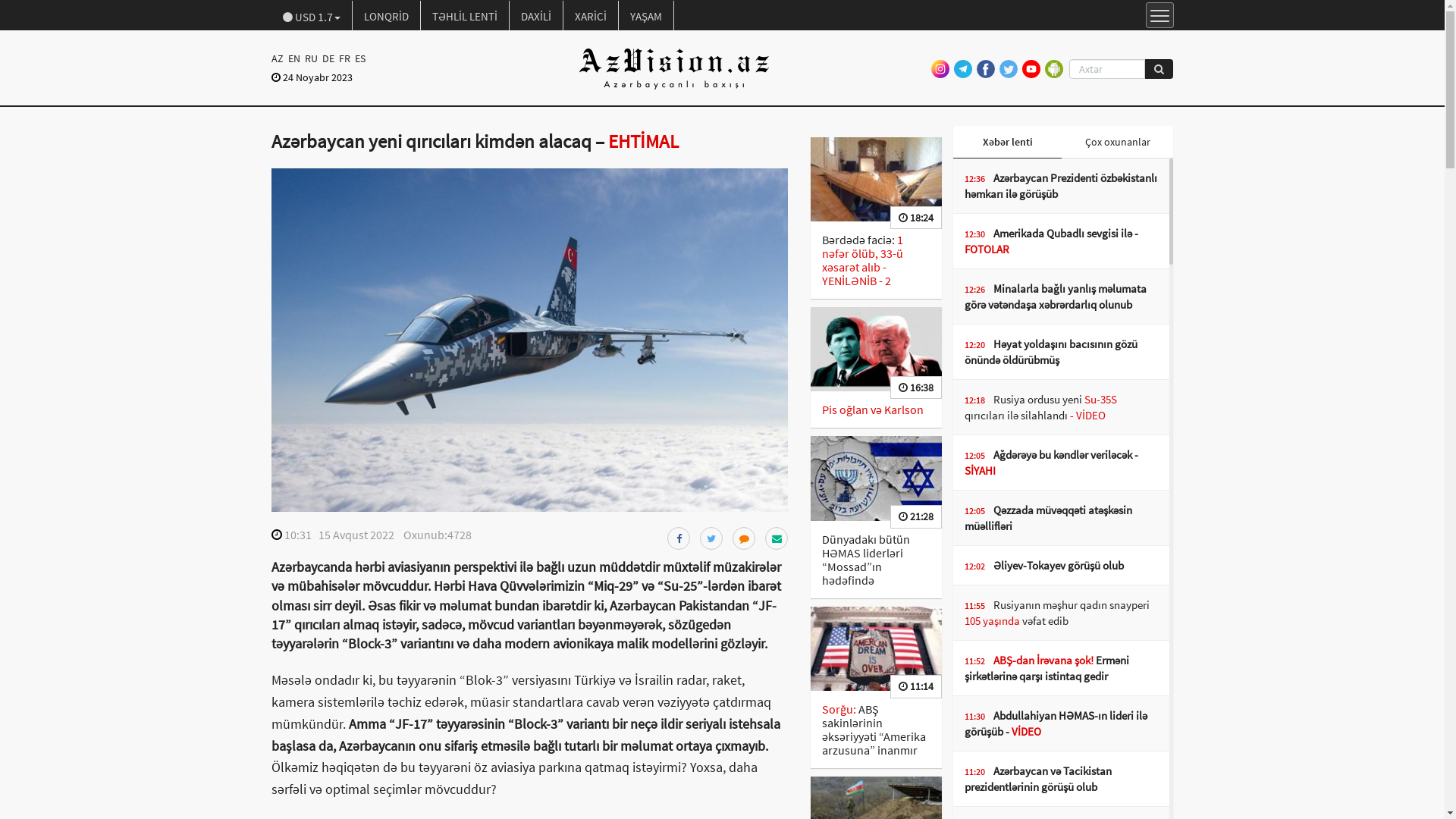  What do you see at coordinates (359, 58) in the screenshot?
I see `'ES'` at bounding box center [359, 58].